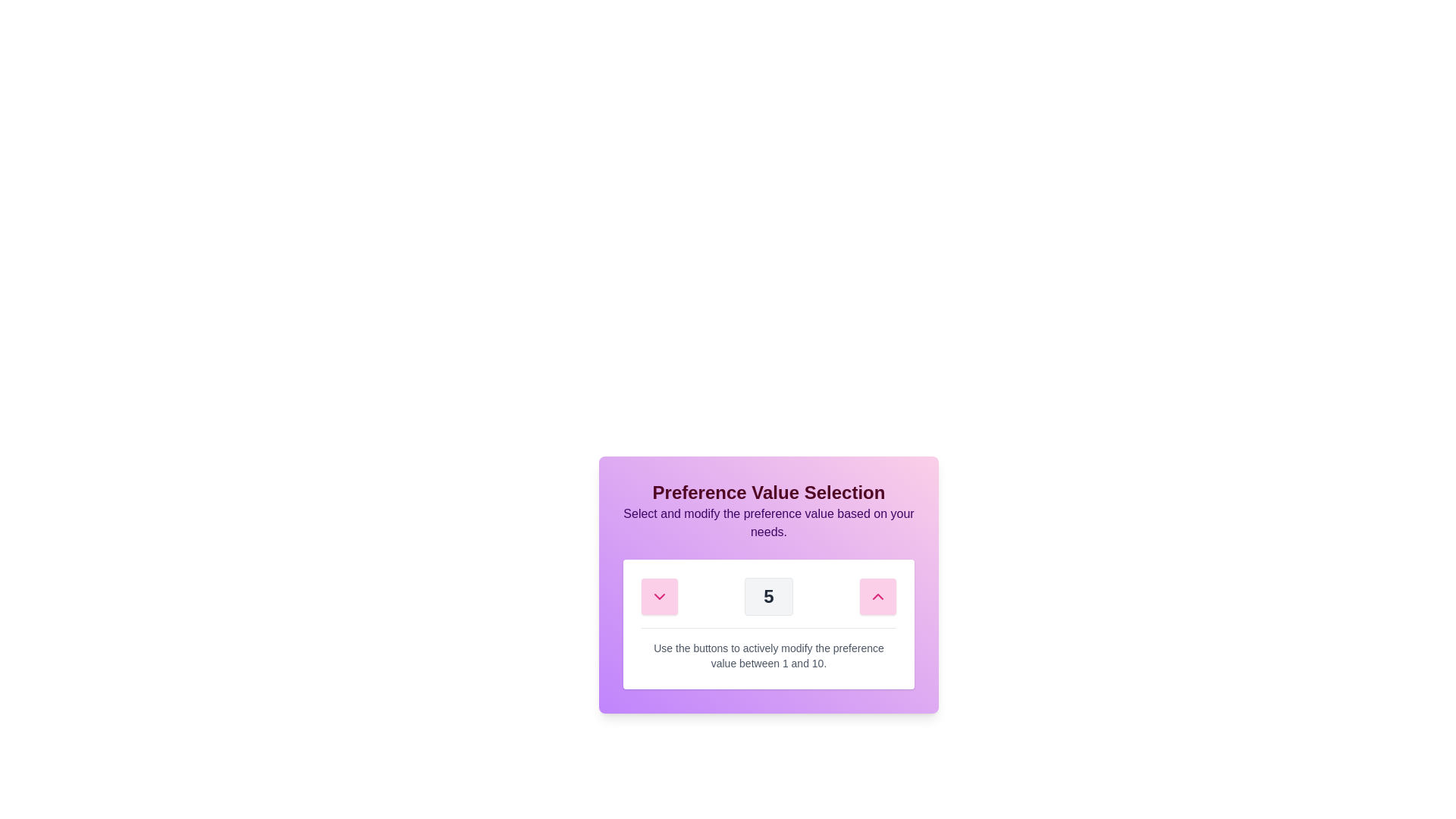  Describe the element at coordinates (768, 522) in the screenshot. I see `the text element that reads 'Select and modify the preference value based on your needs', which is styled in purple and located beneath the title 'Preference Value Selection'` at that location.